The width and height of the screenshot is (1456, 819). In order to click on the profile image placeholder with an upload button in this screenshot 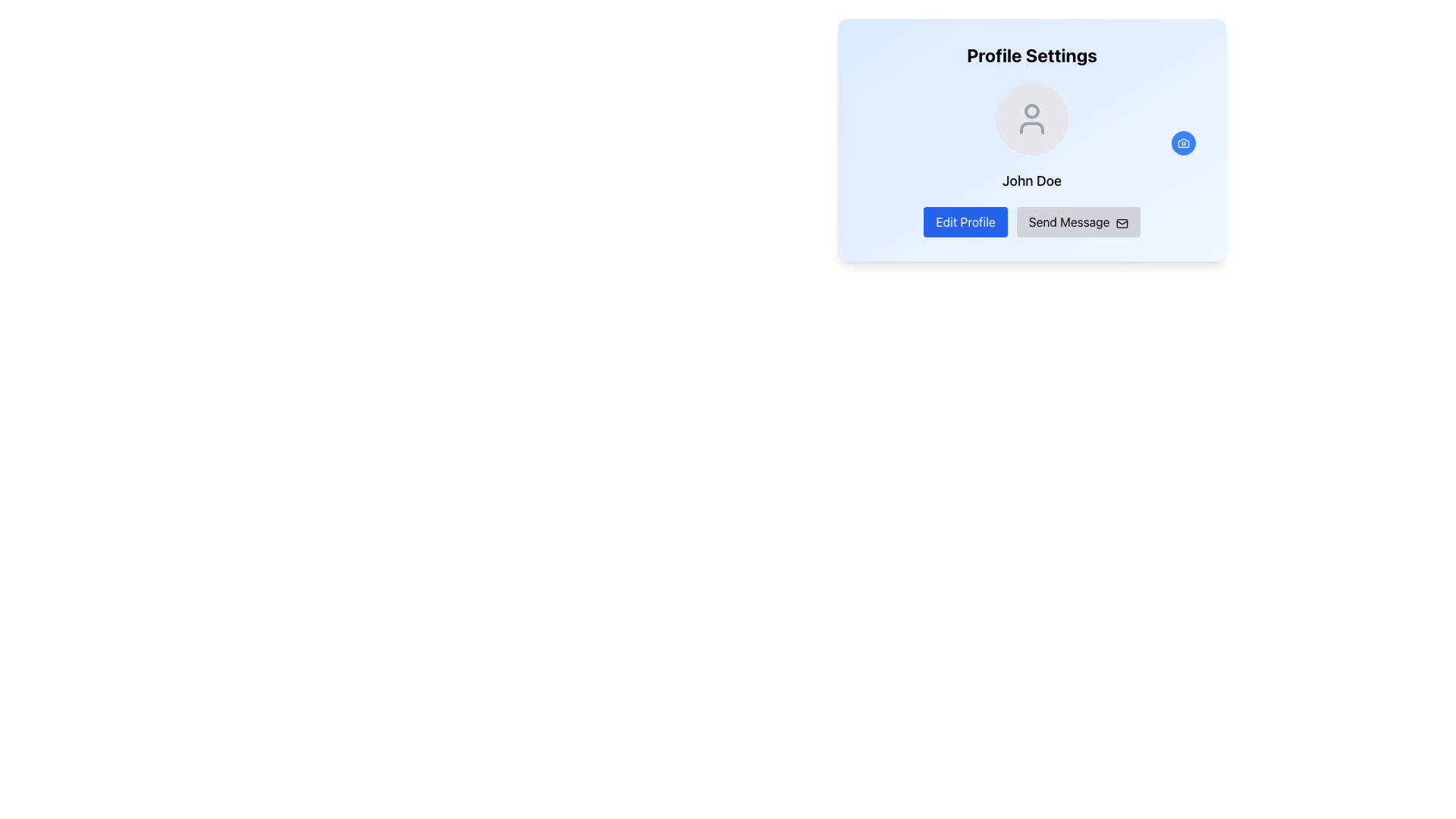, I will do `click(1031, 118)`.